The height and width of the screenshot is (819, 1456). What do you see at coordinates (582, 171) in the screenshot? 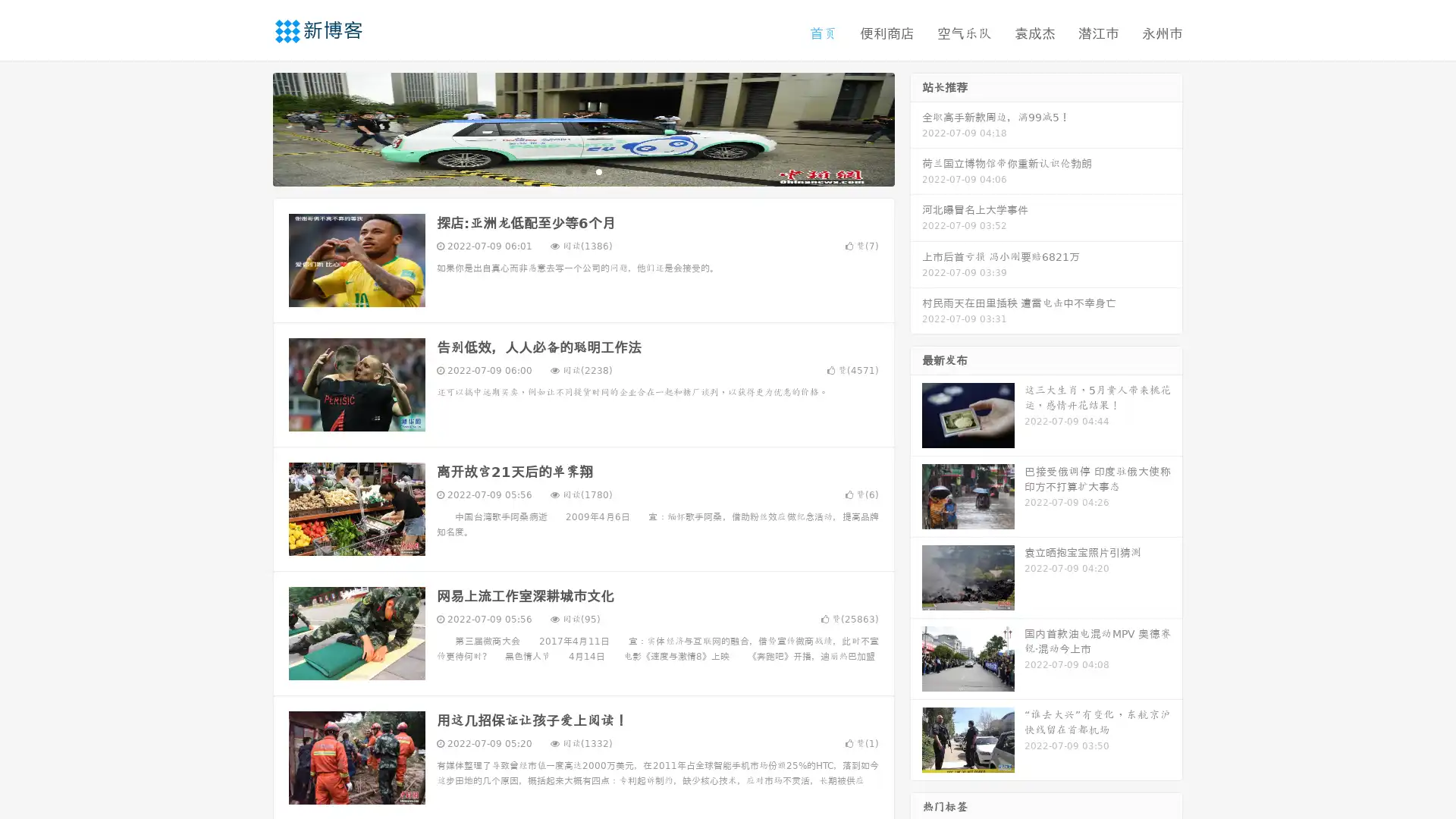
I see `Go to slide 2` at bounding box center [582, 171].